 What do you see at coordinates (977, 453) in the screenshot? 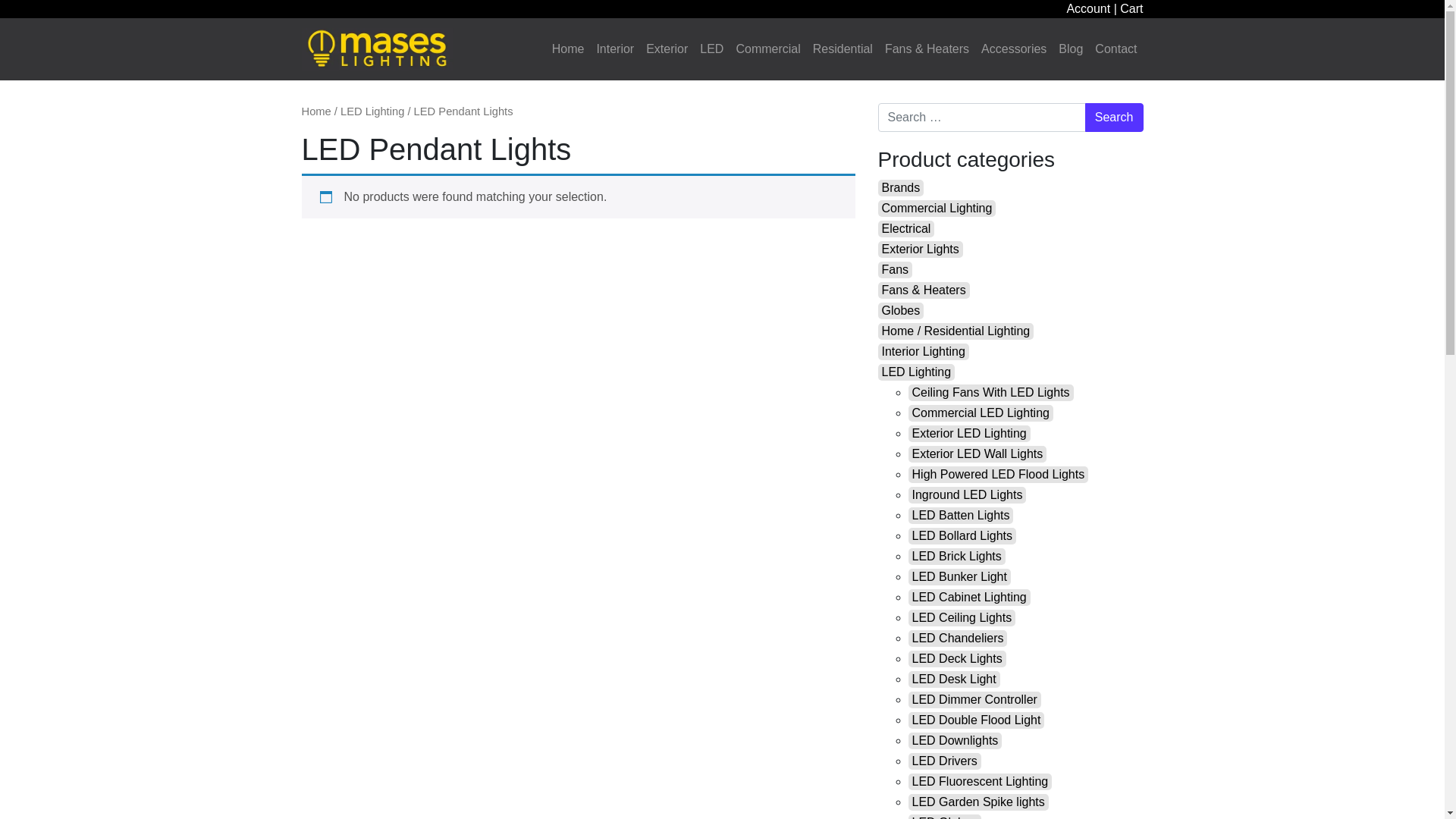
I see `'Exterior LED Wall Lights'` at bounding box center [977, 453].